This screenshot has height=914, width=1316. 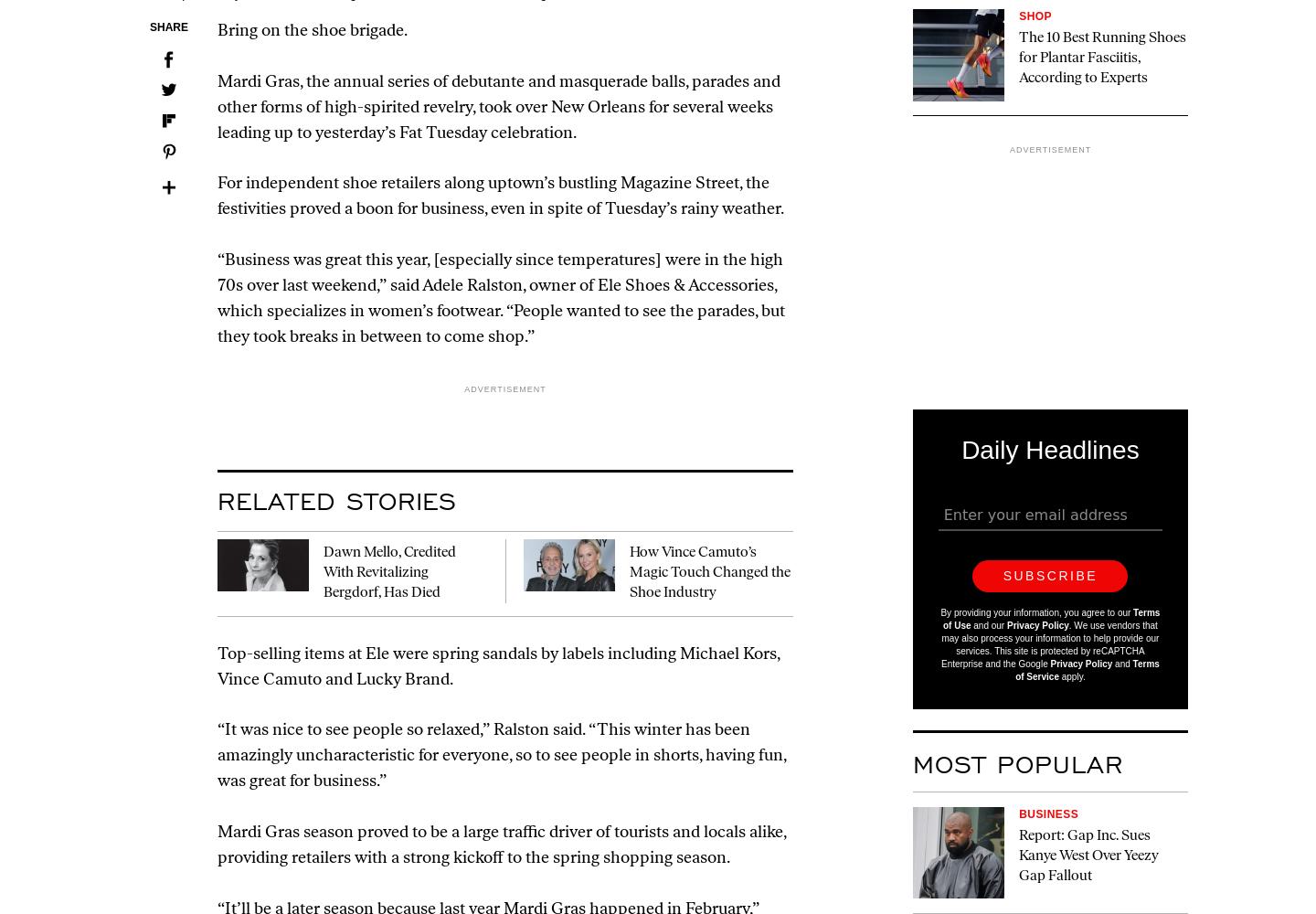 What do you see at coordinates (389, 574) in the screenshot?
I see `'Dawn Mello, Credited With Revitalizing Bergdorf, Has Died'` at bounding box center [389, 574].